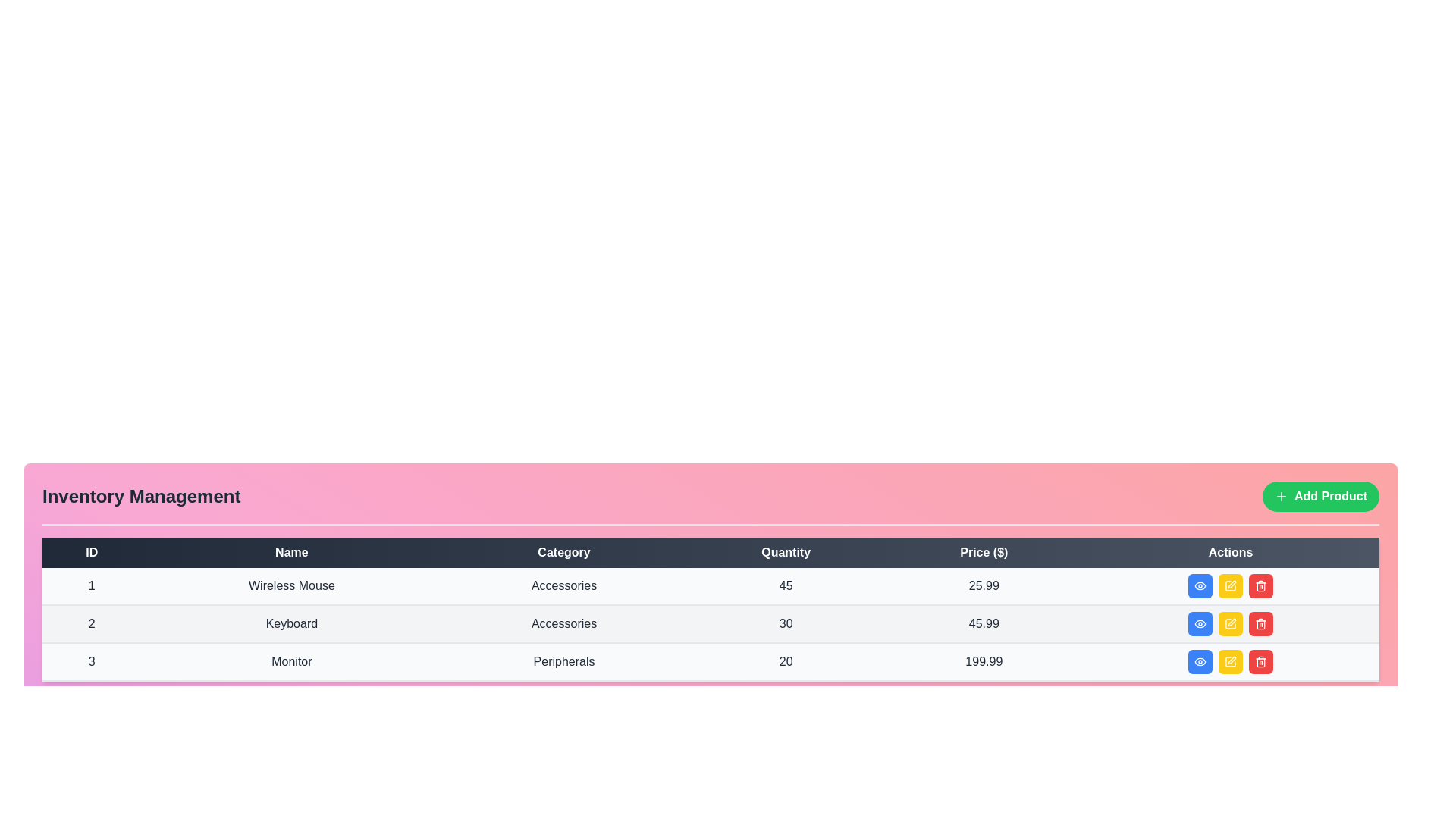  What do you see at coordinates (291, 553) in the screenshot?
I see `the 'Name' text label, which is the second entry in the row of column headers in a table layout, displaying in white on a dark background` at bounding box center [291, 553].